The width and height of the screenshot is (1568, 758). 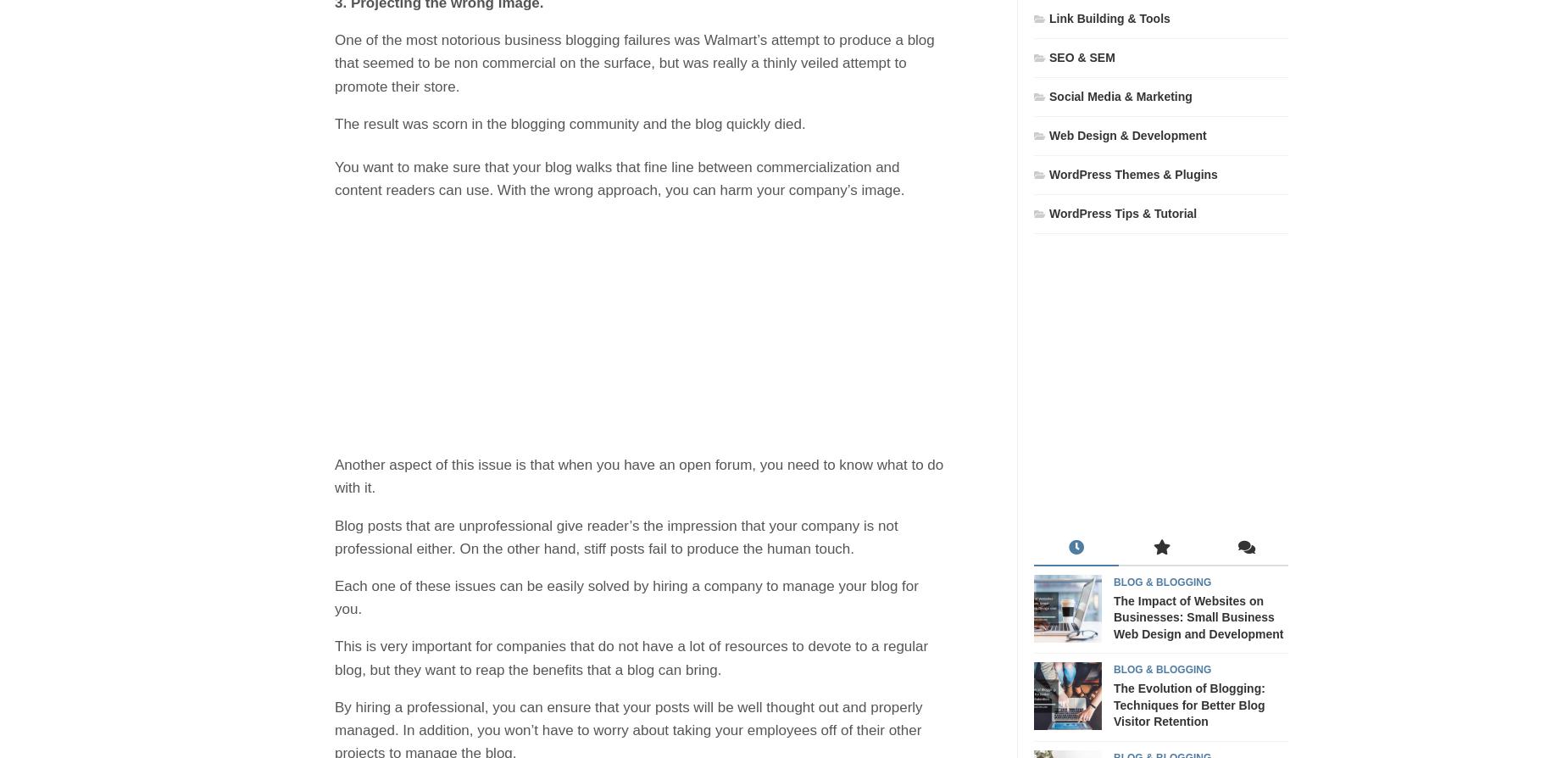 I want to click on 'Link Building & Tools', so click(x=1109, y=18).